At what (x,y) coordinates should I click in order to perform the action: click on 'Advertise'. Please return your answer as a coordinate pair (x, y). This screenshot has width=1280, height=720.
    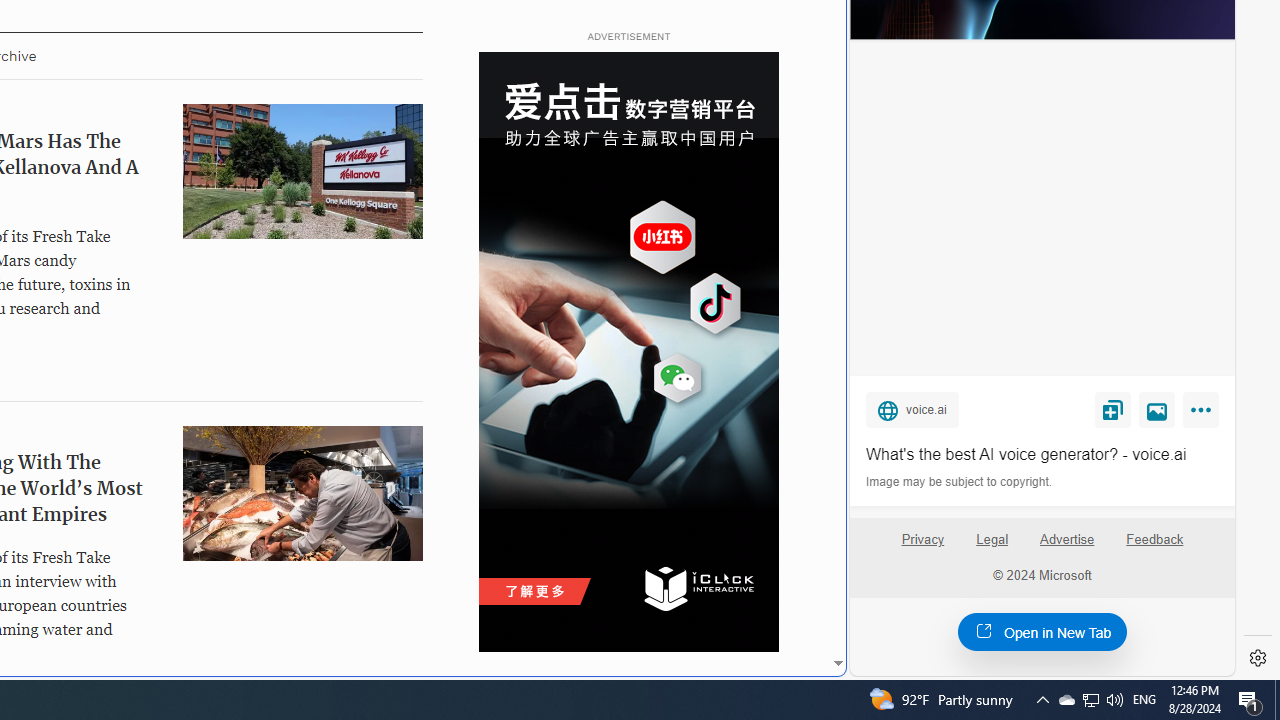
    Looking at the image, I should click on (1065, 538).